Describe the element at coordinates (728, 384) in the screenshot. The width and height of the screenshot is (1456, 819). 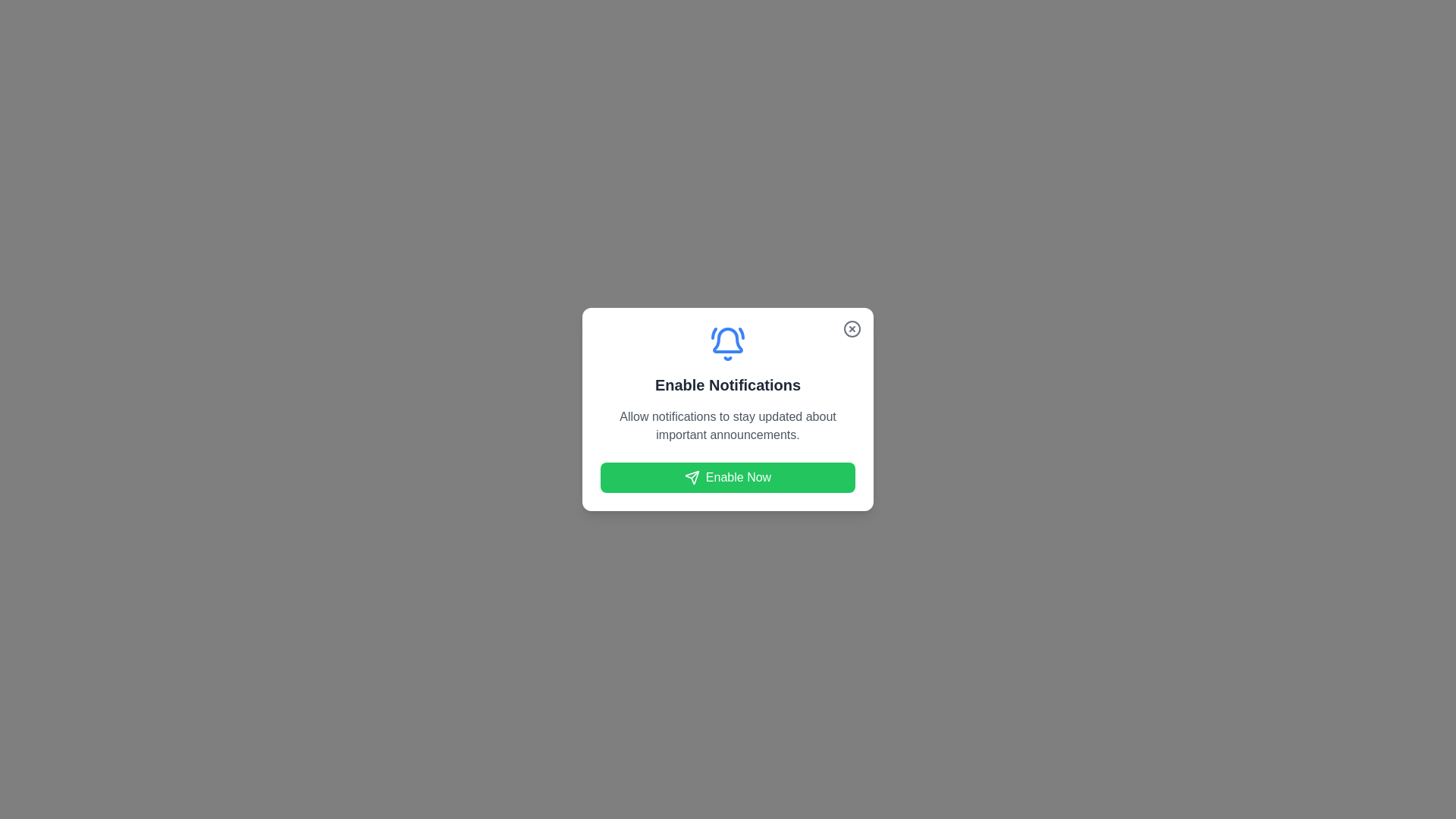
I see `the text to select it` at that location.